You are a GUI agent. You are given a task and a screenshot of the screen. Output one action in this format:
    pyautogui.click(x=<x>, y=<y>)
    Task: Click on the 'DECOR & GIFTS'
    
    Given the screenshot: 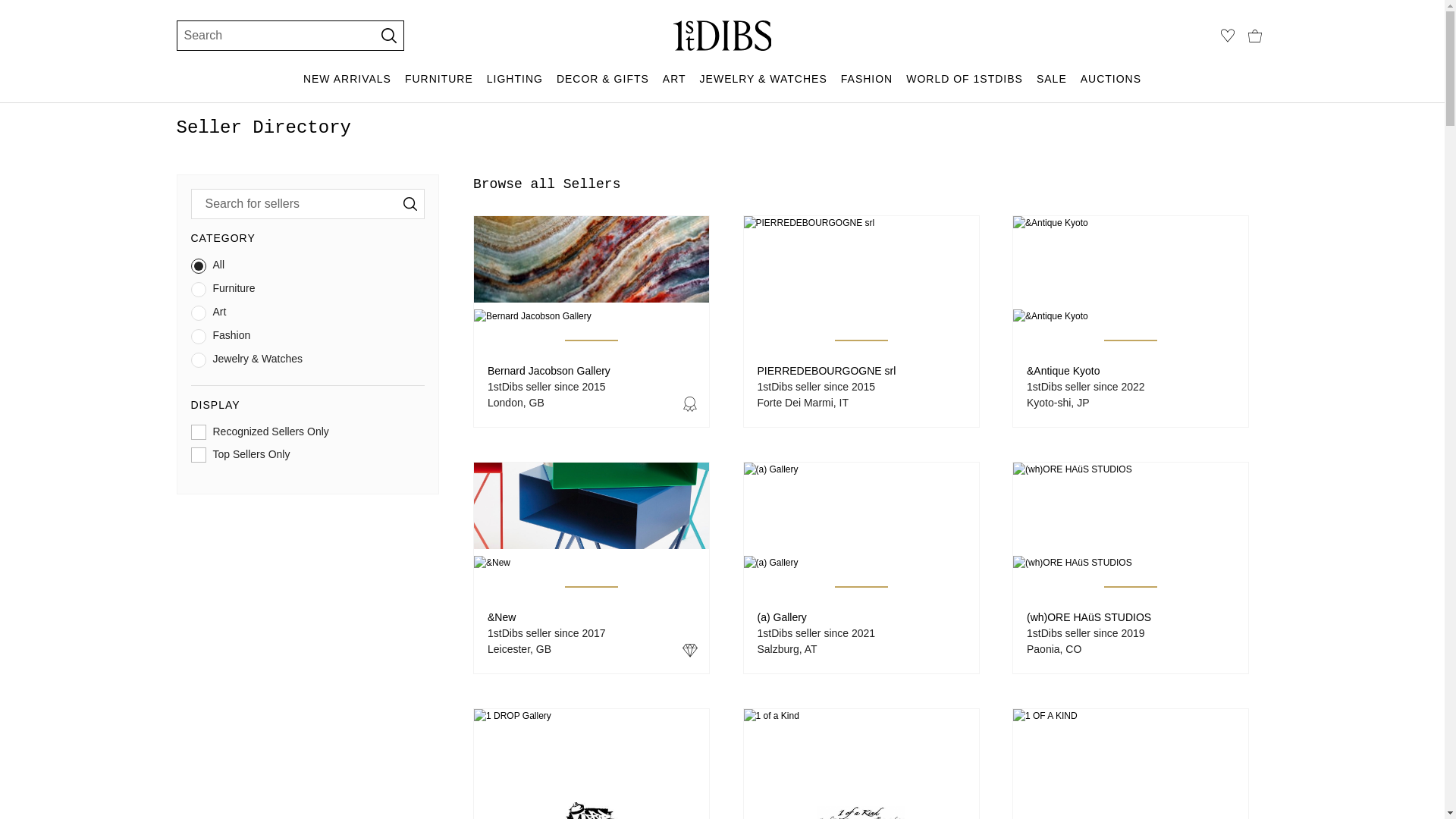 What is the action you would take?
    pyautogui.click(x=602, y=86)
    